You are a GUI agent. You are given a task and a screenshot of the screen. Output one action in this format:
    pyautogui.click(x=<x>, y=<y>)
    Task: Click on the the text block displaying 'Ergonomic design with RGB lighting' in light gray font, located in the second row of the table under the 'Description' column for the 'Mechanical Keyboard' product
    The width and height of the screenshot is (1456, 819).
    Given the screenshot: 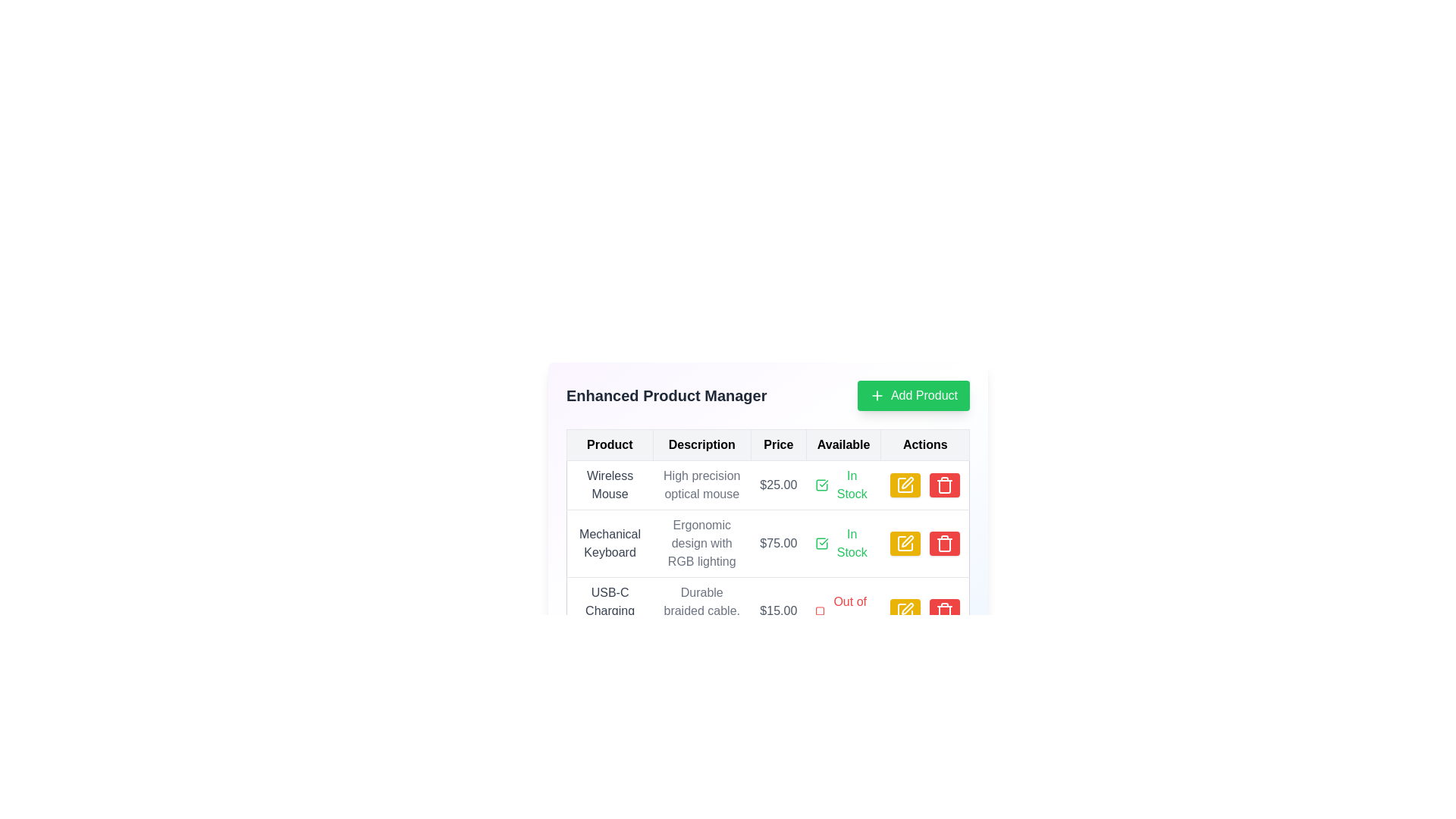 What is the action you would take?
    pyautogui.click(x=701, y=543)
    